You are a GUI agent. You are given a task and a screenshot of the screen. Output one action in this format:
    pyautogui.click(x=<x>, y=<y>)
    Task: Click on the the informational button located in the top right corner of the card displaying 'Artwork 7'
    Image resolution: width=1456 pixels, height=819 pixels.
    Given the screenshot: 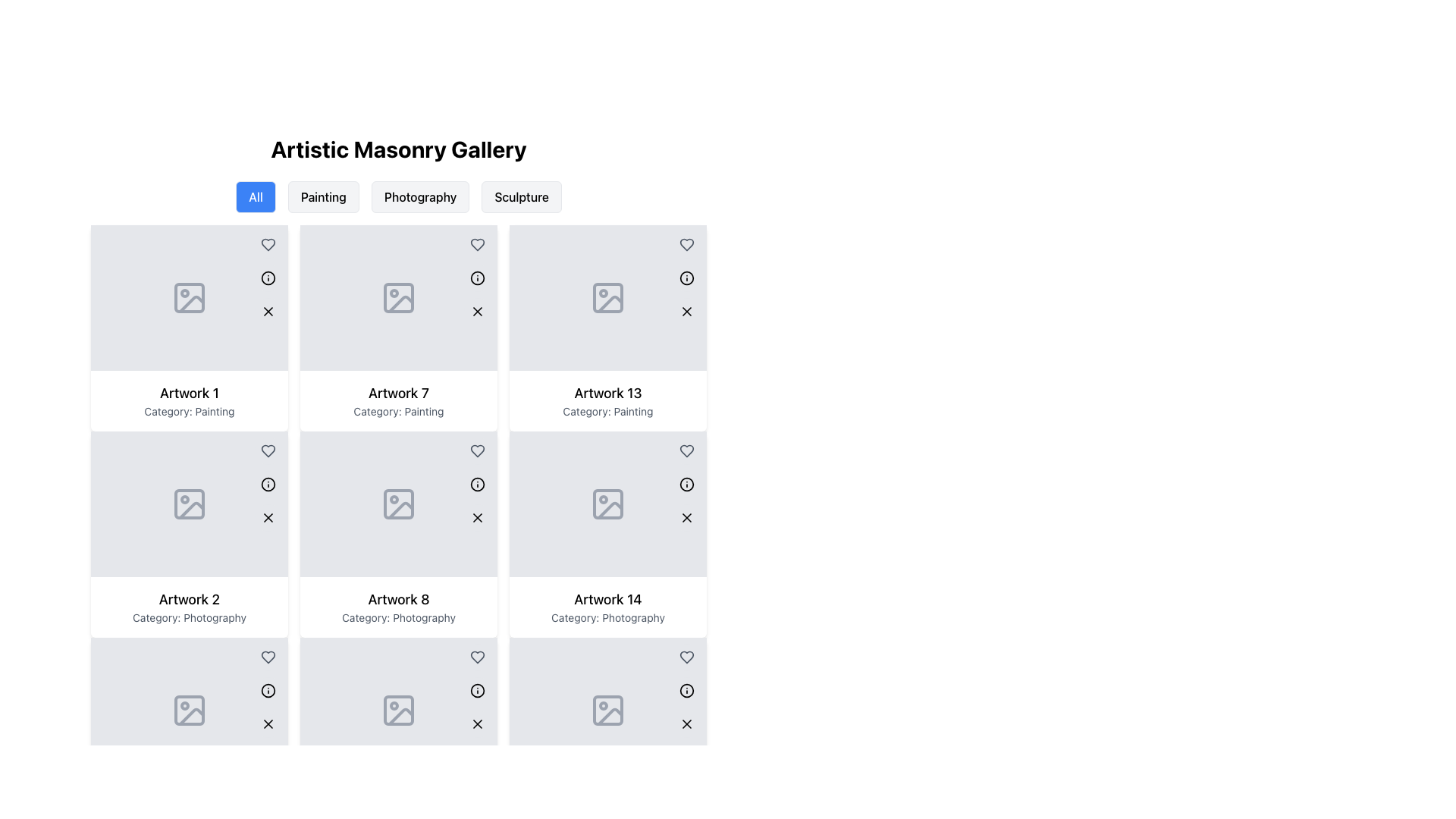 What is the action you would take?
    pyautogui.click(x=476, y=278)
    